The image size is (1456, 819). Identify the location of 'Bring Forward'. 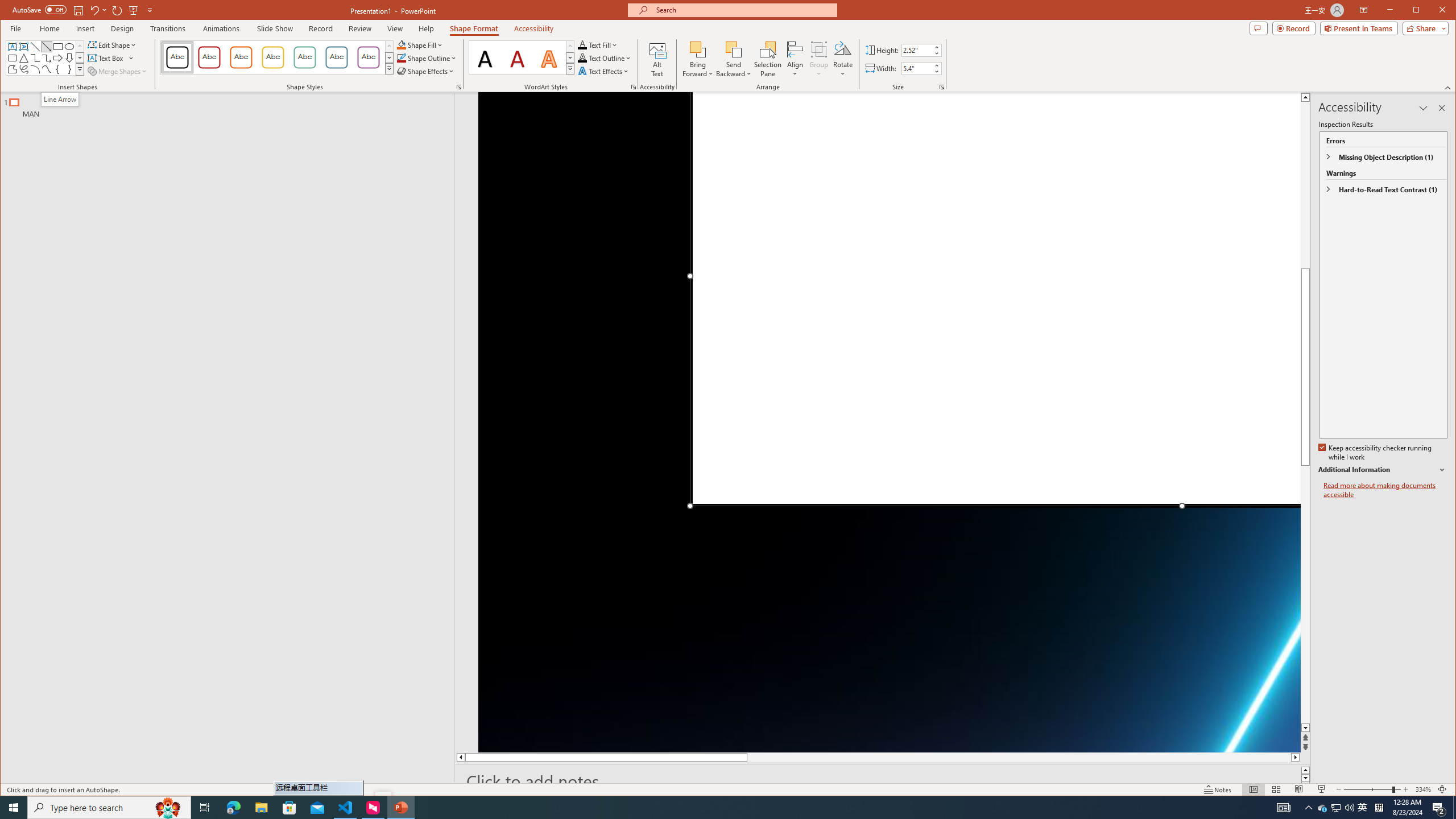
(698, 59).